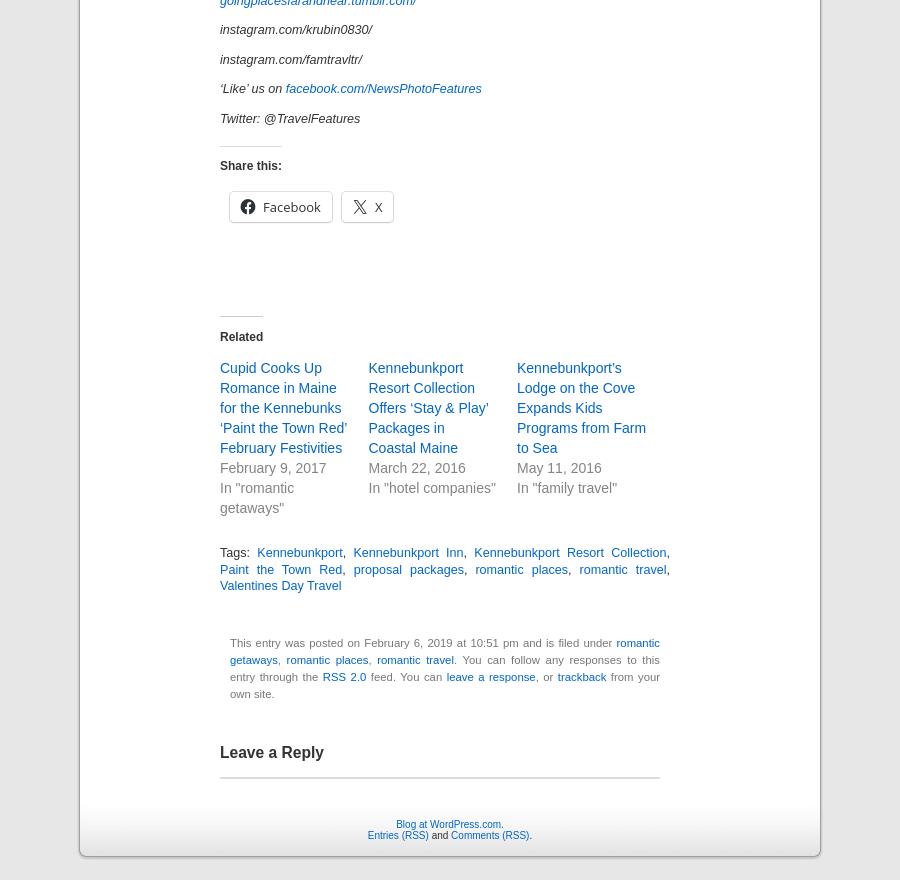 The height and width of the screenshot is (880, 900). I want to click on 'facebook.com/NewsPhotoFeatures', so click(383, 87).